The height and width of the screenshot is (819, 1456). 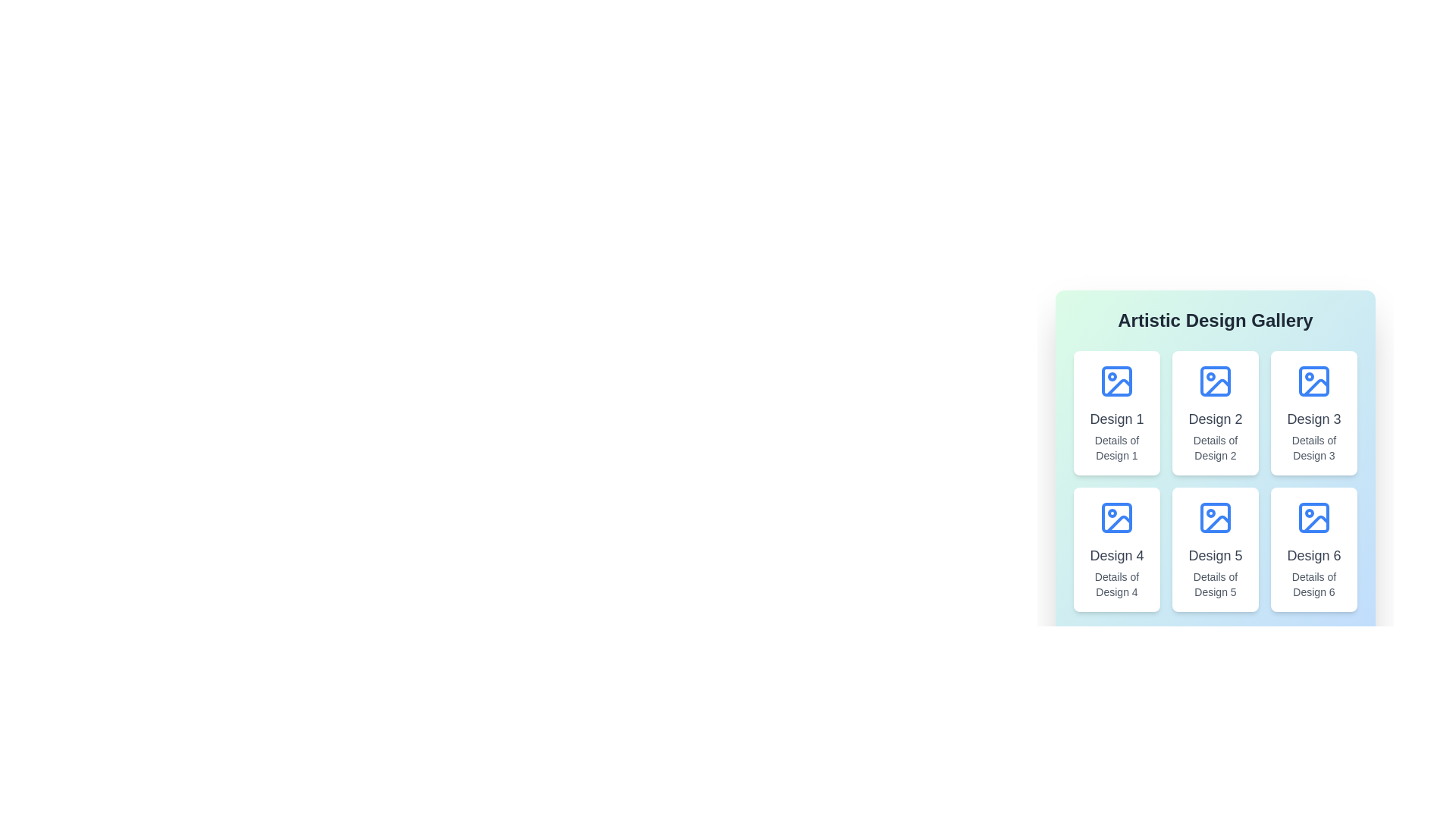 What do you see at coordinates (1216, 555) in the screenshot?
I see `text displayed in the title label of the fifth card in the grid, located above 'Details of Design 5' and below the image placeholder icon` at bounding box center [1216, 555].